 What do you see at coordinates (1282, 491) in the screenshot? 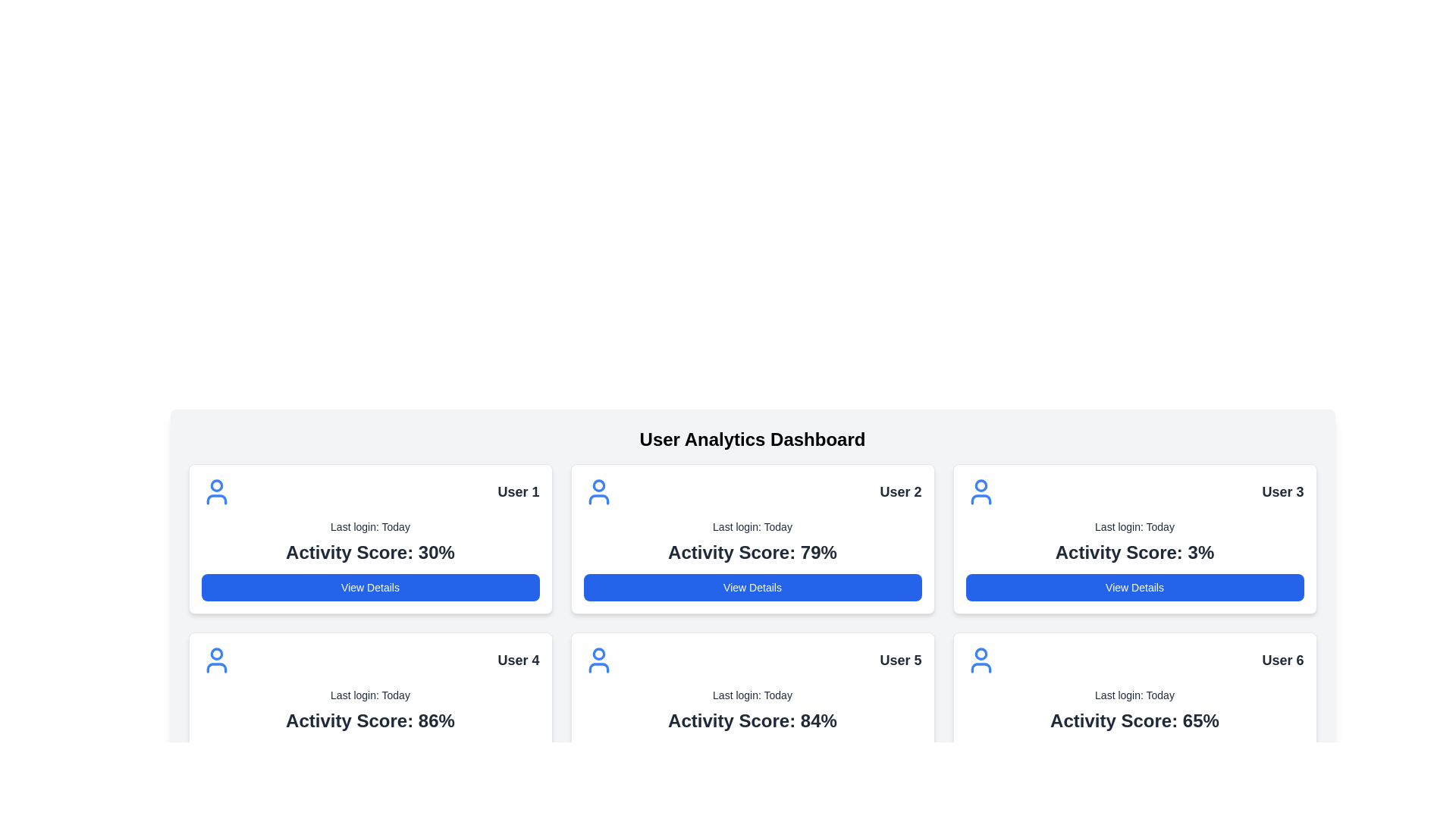
I see `the text label indicating the identifier for the associated user card, which is located at the top-right corner of the third user card in the second row of cards` at bounding box center [1282, 491].